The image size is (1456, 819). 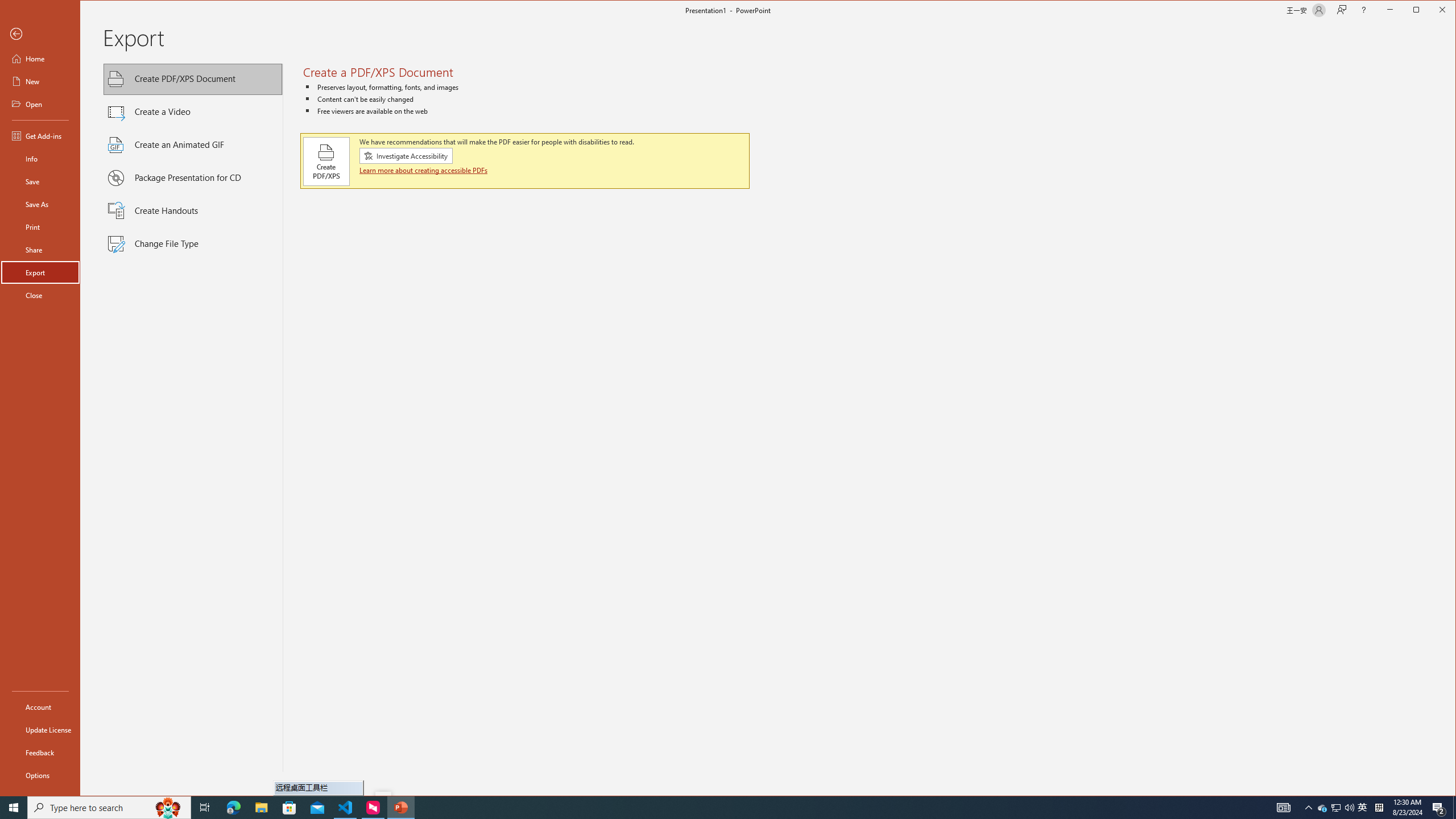 I want to click on 'File Explorer', so click(x=260, y=806).